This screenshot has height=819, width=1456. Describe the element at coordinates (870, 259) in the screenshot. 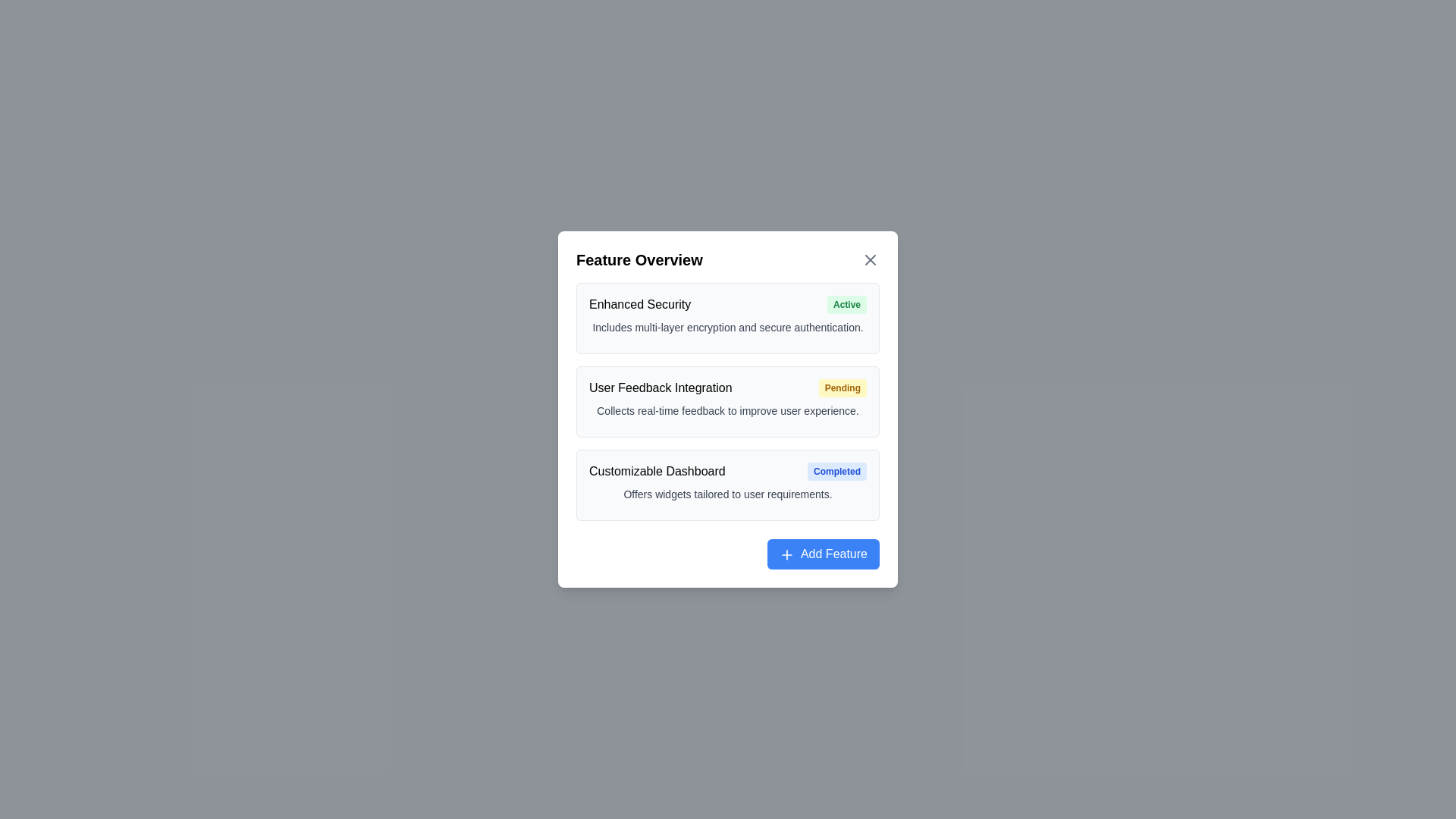

I see `the 'X' shaped close button in the top right corner of the 'Feature Overview' dialog box` at that location.